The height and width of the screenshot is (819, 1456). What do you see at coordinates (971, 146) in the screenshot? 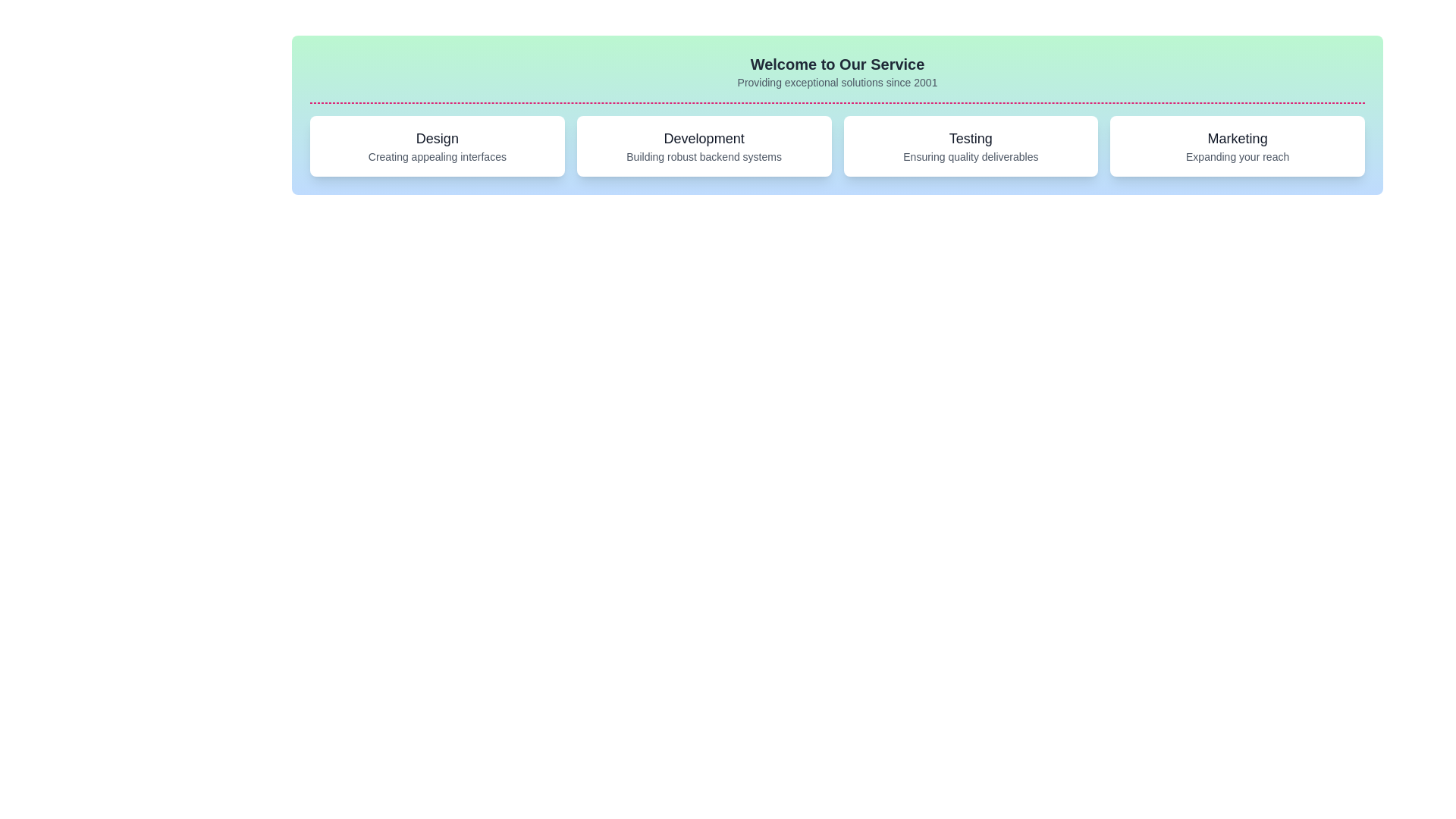
I see `the Informational Card that provides details about 'Testing', positioned as the third card in a grid of four cards, centrally located in its row` at bounding box center [971, 146].